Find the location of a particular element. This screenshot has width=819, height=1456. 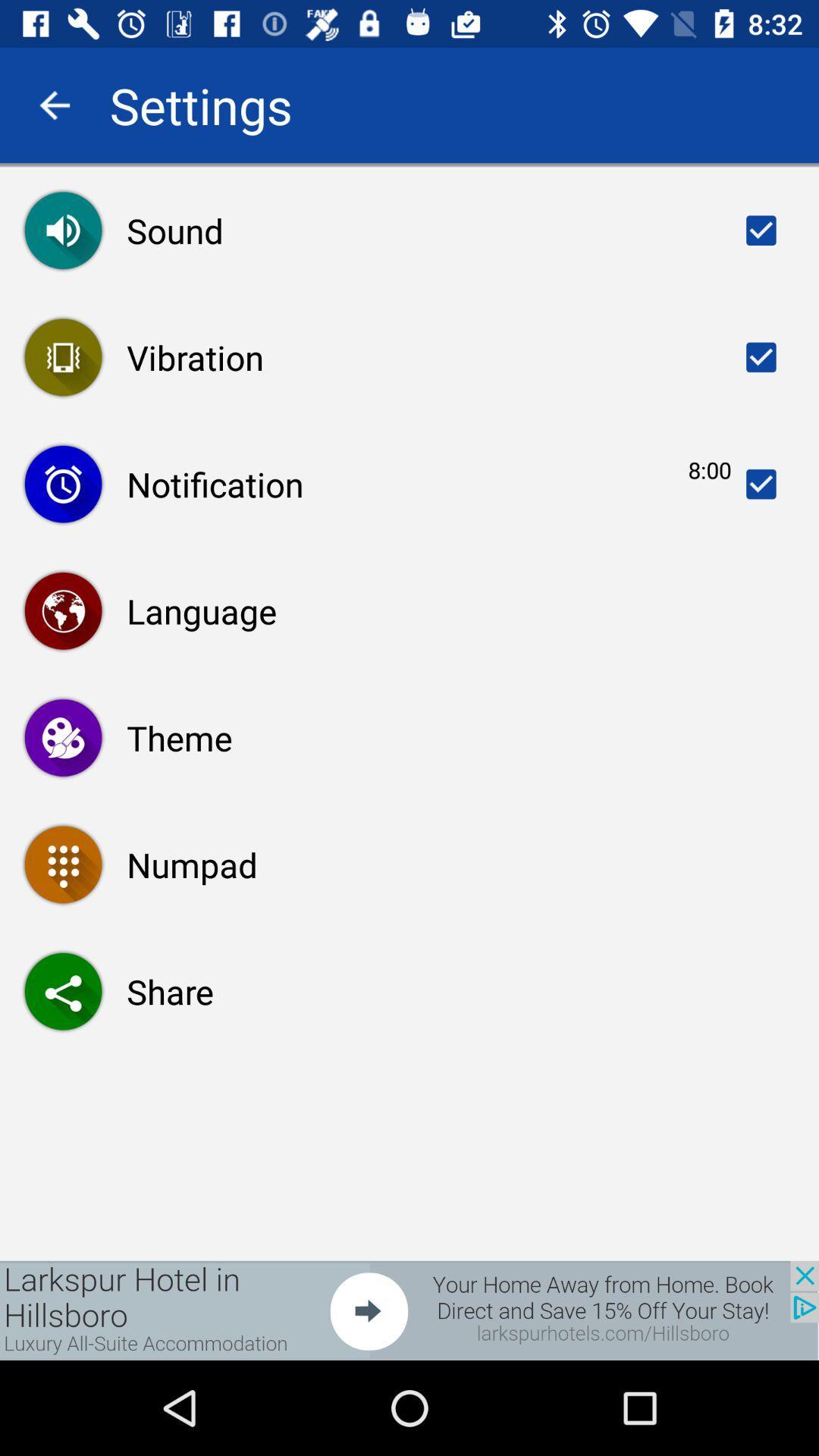

the vibration is located at coordinates (761, 356).